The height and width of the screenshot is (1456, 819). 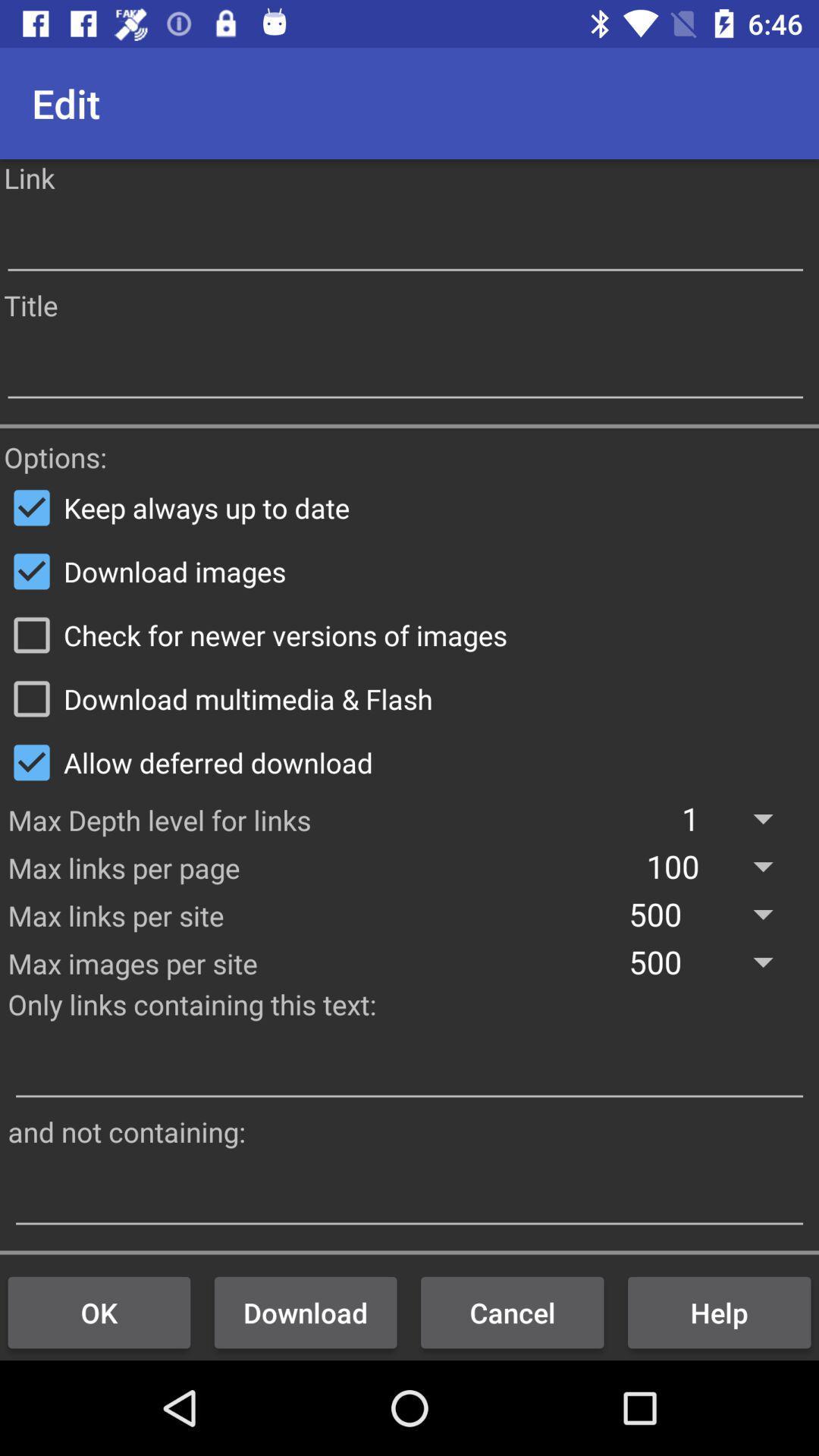 I want to click on icon above allow deferred download item, so click(x=409, y=698).